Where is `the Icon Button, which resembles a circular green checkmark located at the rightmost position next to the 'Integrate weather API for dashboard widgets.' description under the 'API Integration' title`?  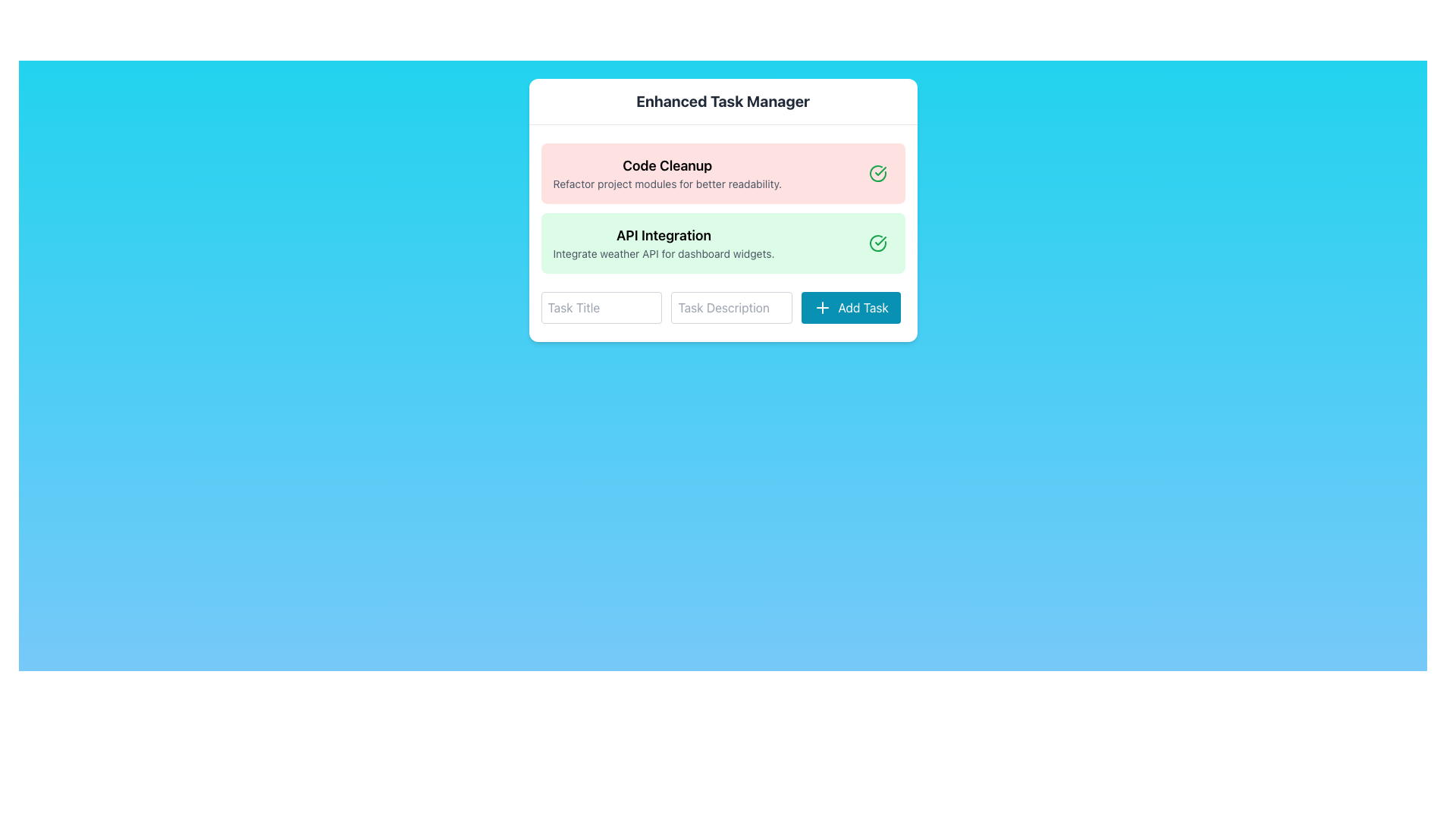
the Icon Button, which resembles a circular green checkmark located at the rightmost position next to the 'Integrate weather API for dashboard widgets.' description under the 'API Integration' title is located at coordinates (877, 242).